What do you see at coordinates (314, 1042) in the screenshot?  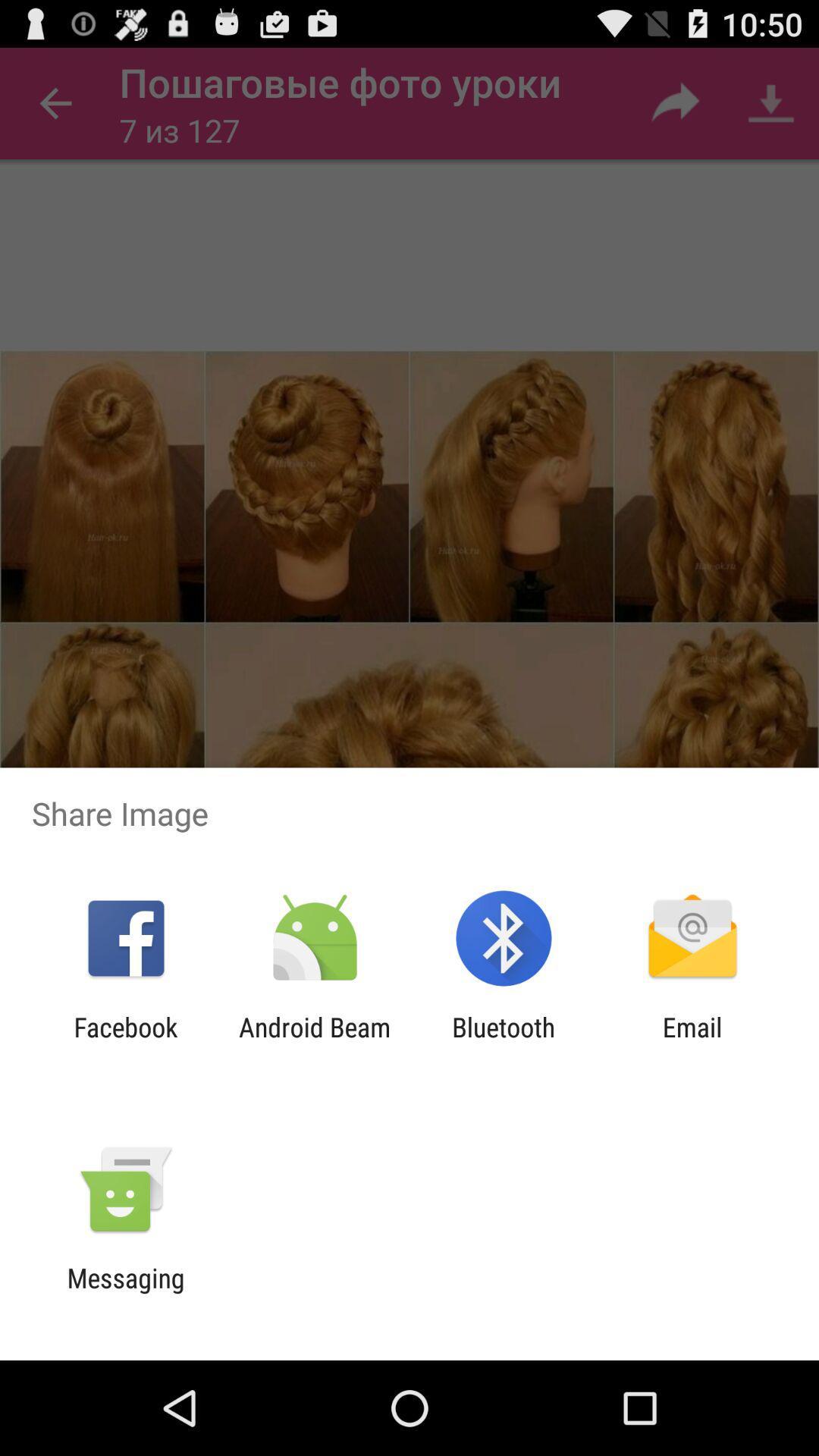 I see `item to the left of the bluetooth item` at bounding box center [314, 1042].